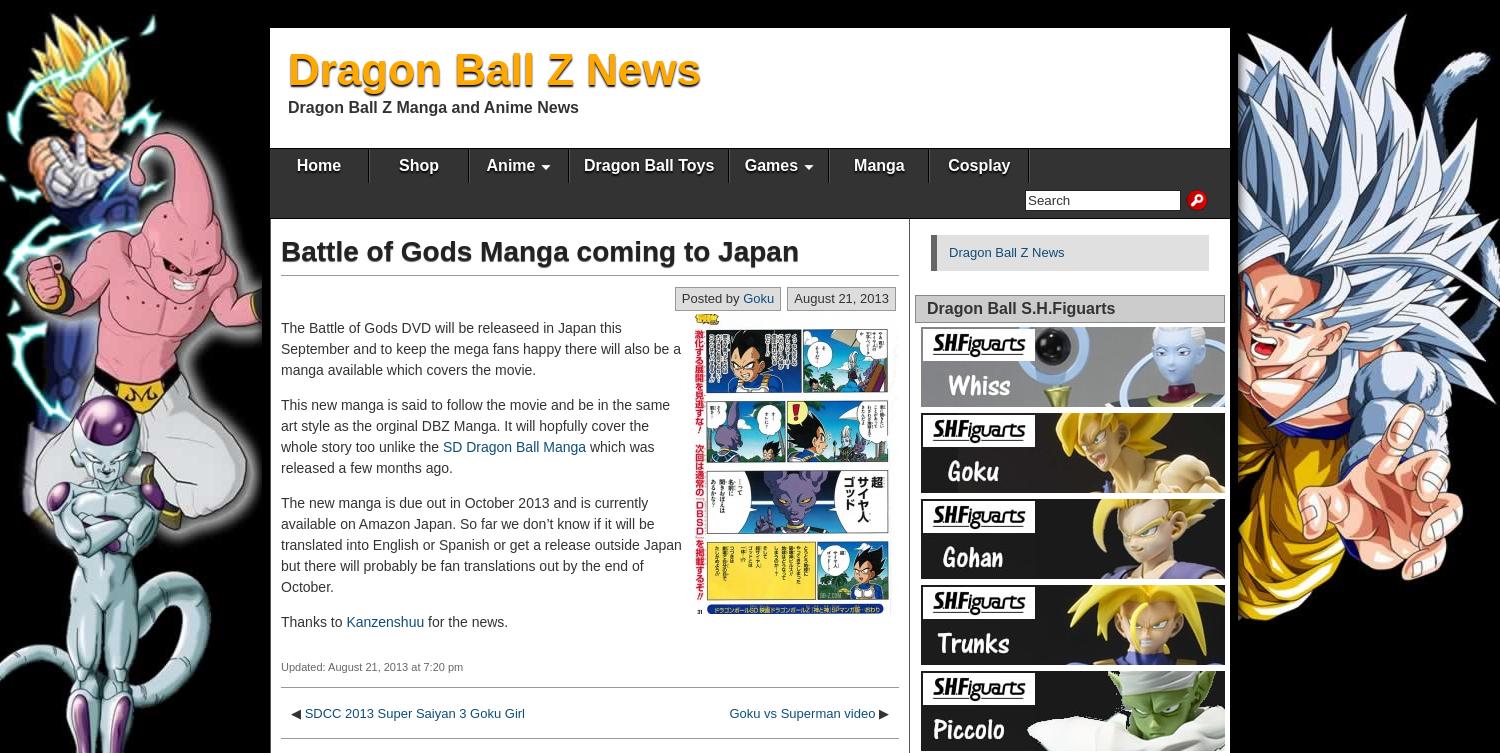 This screenshot has height=753, width=1500. I want to click on 'Battle of Gods Manga coming to Japan', so click(540, 251).